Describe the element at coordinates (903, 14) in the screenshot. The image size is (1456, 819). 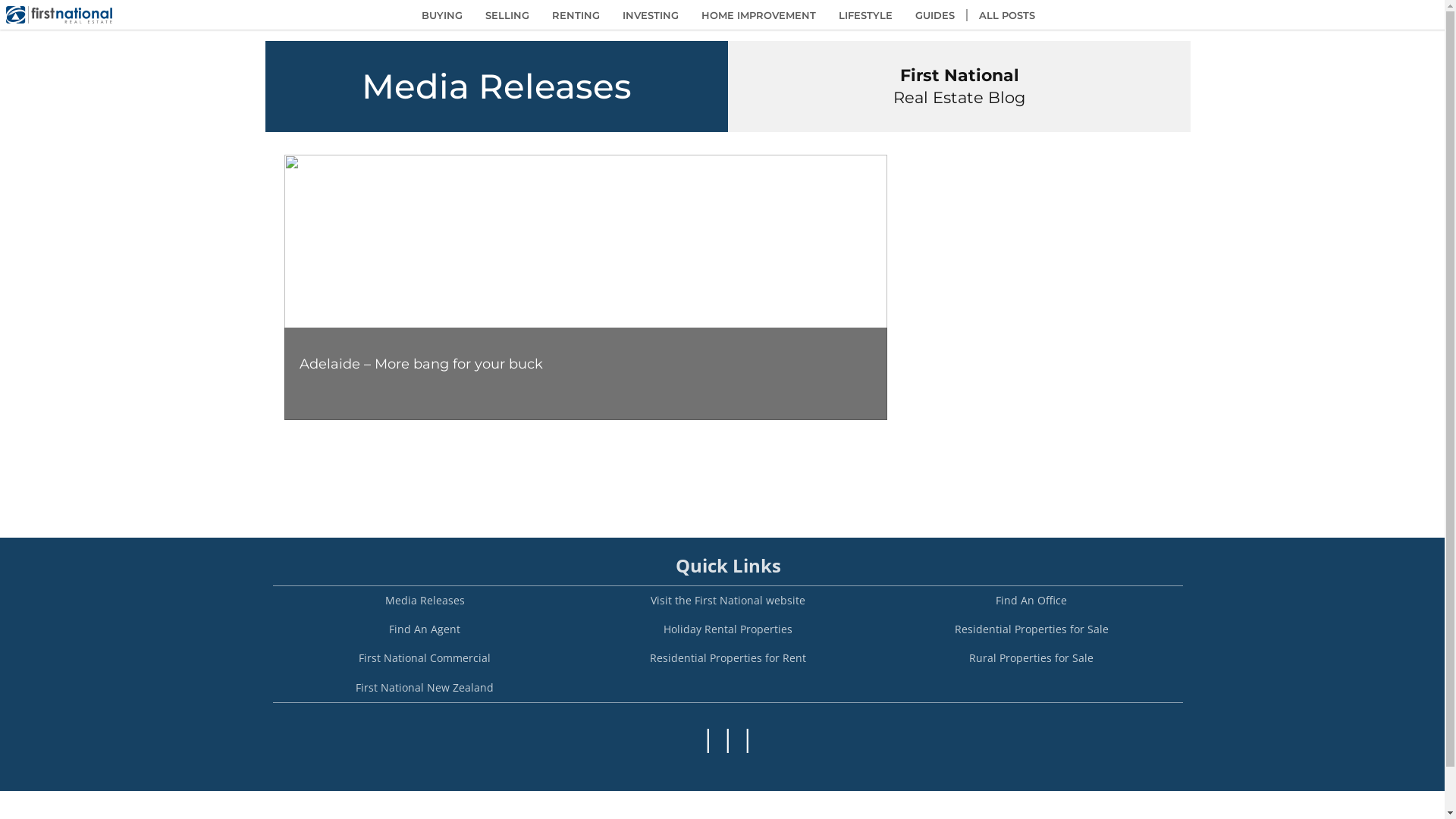
I see `'GUIDES'` at that location.